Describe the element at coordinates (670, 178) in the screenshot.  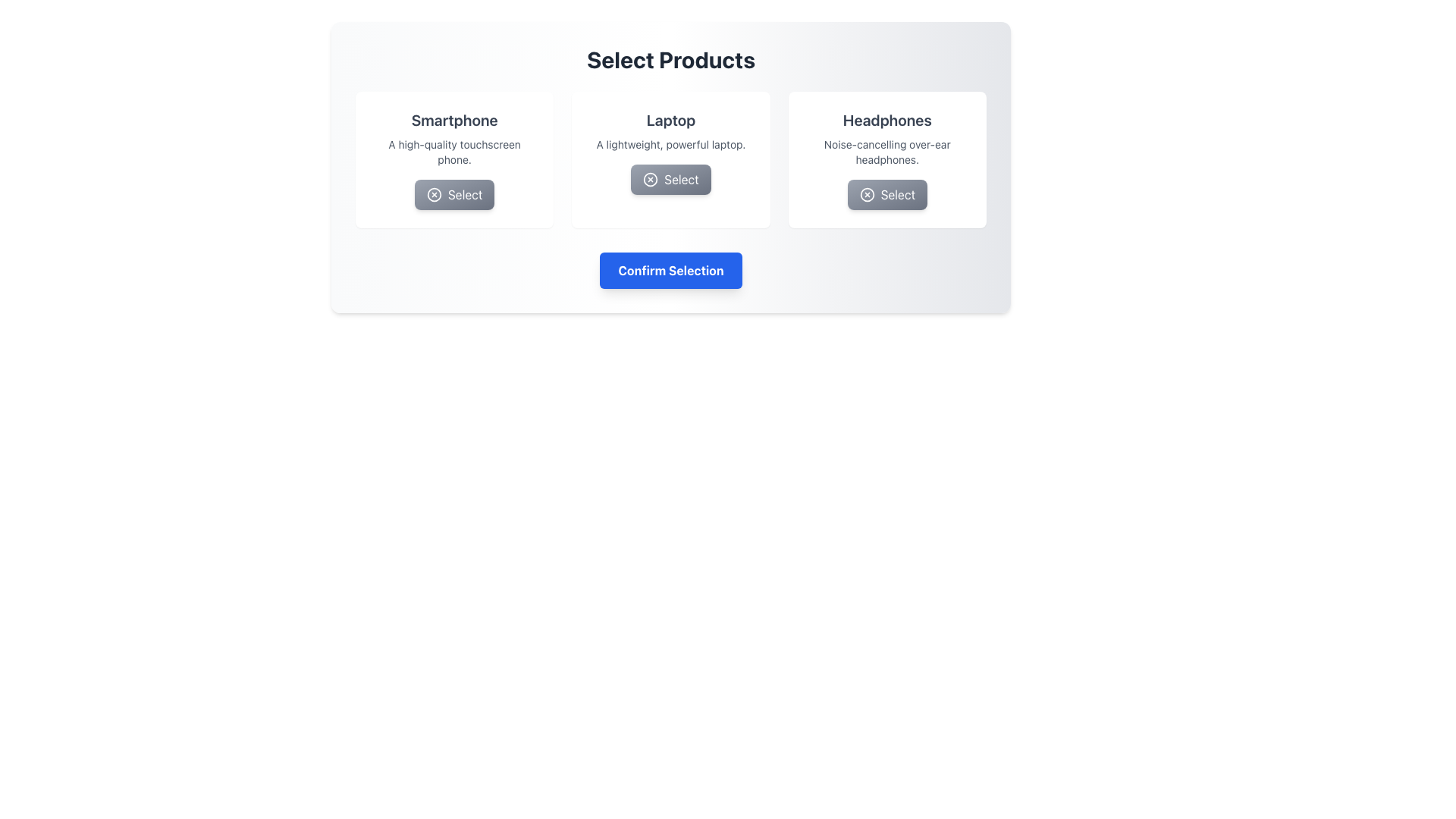
I see `the 'Select' button with a gradient background in the second product card labeled 'Laptop'` at that location.